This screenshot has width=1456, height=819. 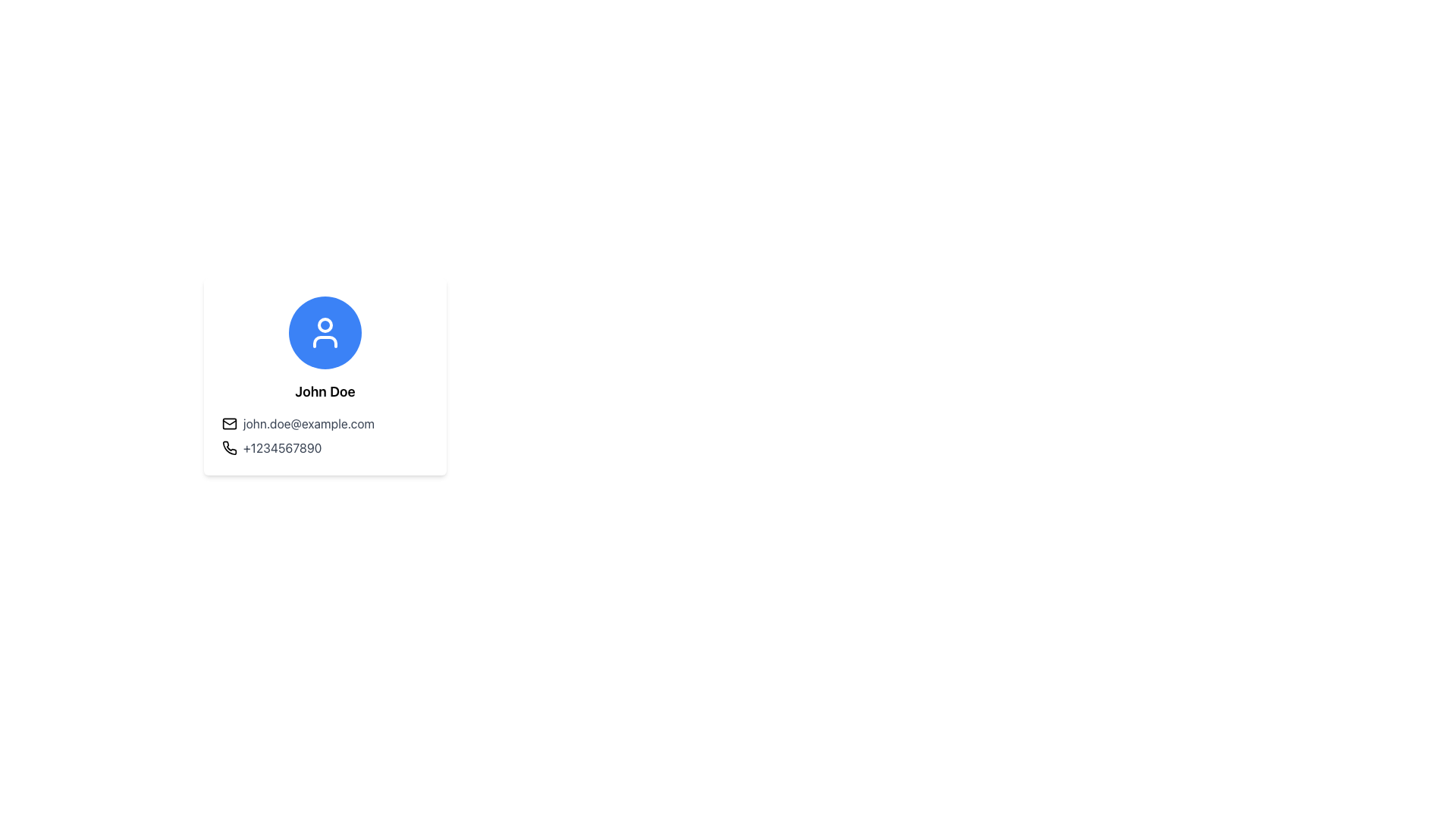 I want to click on the smaller circle inside the larger user profile icon at the top center of the interface, so click(x=324, y=324).